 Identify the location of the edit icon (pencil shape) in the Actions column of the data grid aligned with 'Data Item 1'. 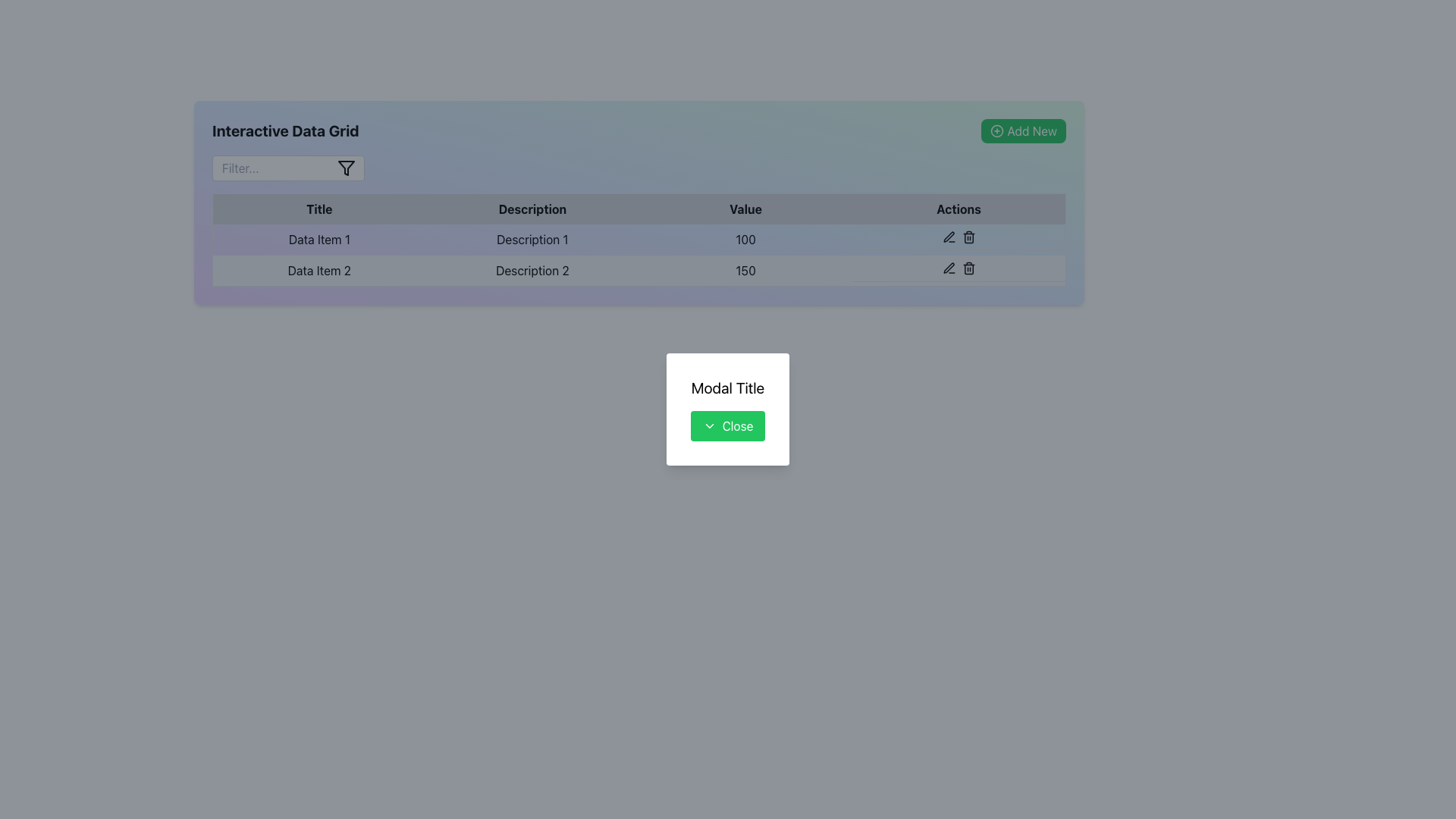
(958, 237).